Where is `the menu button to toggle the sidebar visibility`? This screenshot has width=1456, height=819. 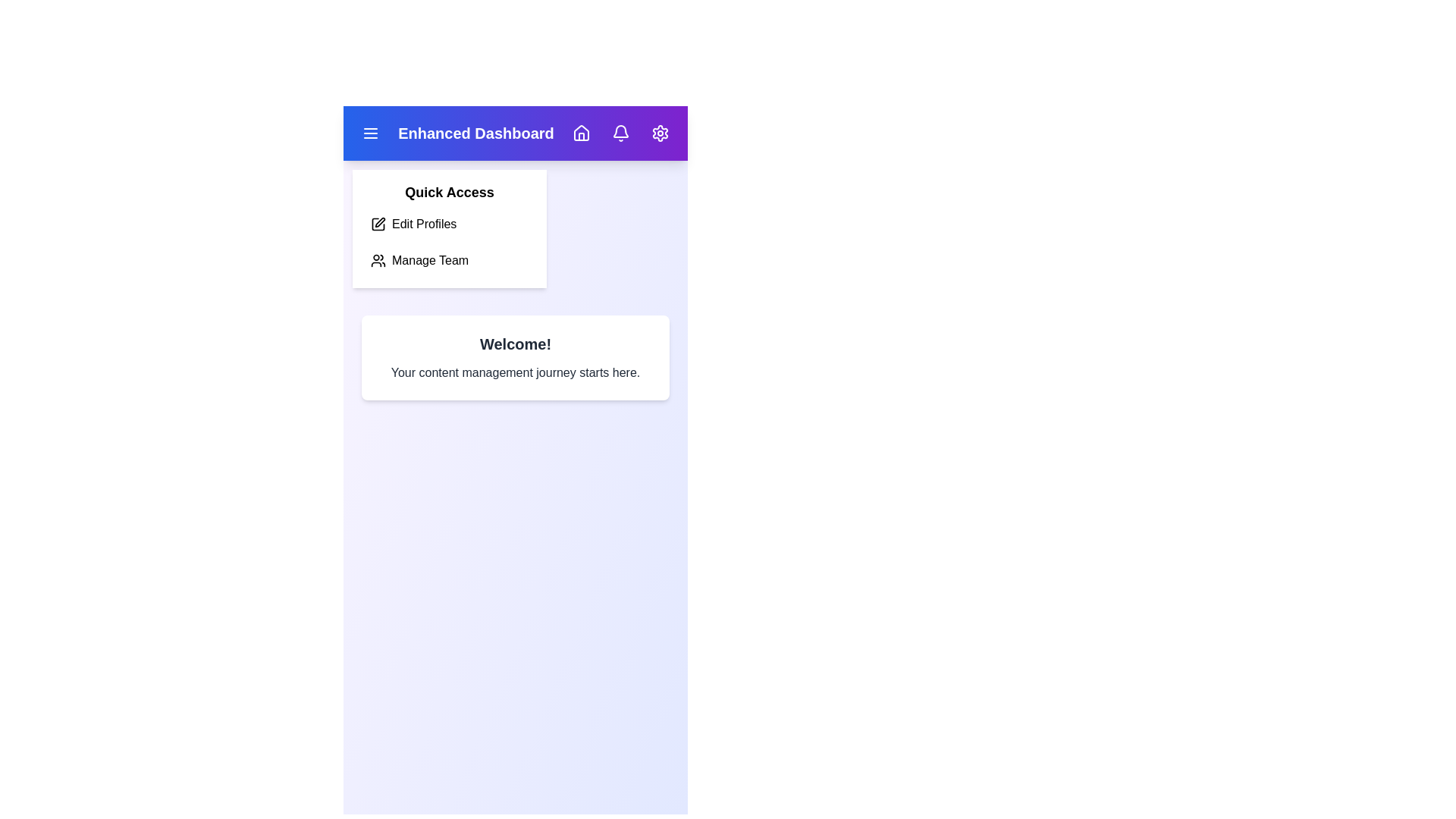
the menu button to toggle the sidebar visibility is located at coordinates (371, 133).